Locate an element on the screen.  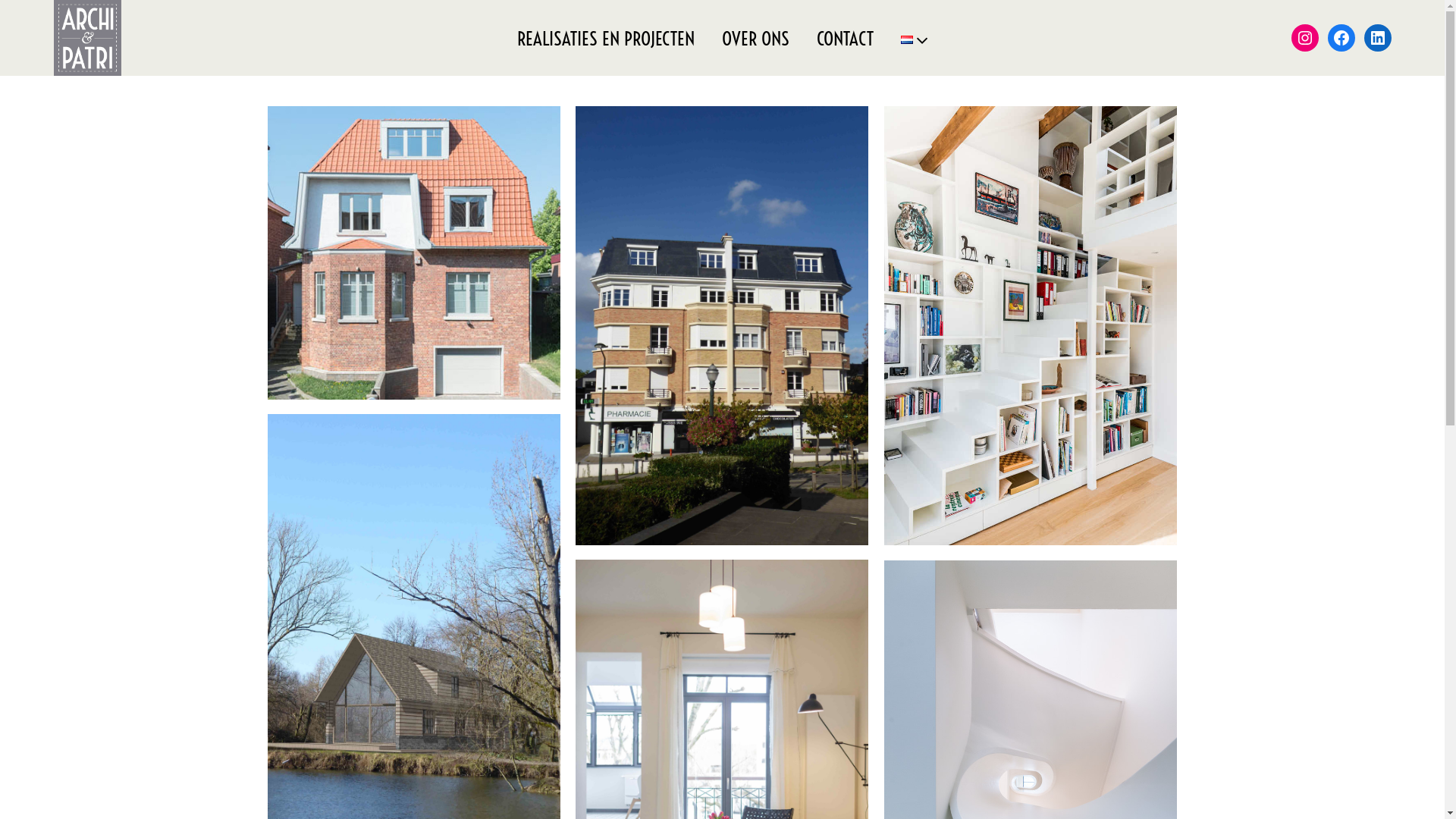
'OVER ONS' is located at coordinates (755, 36).